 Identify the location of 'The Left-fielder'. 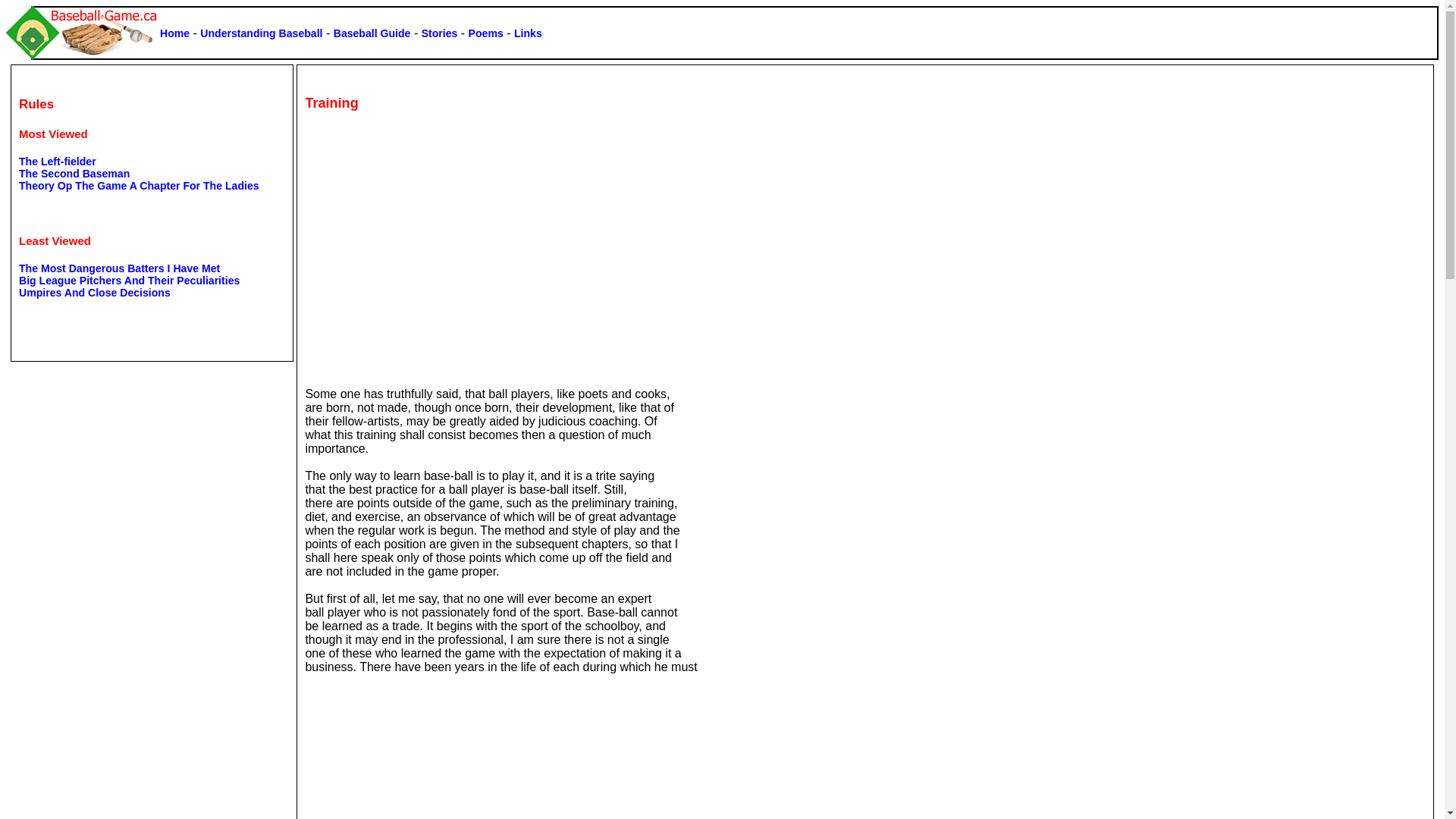
(58, 161).